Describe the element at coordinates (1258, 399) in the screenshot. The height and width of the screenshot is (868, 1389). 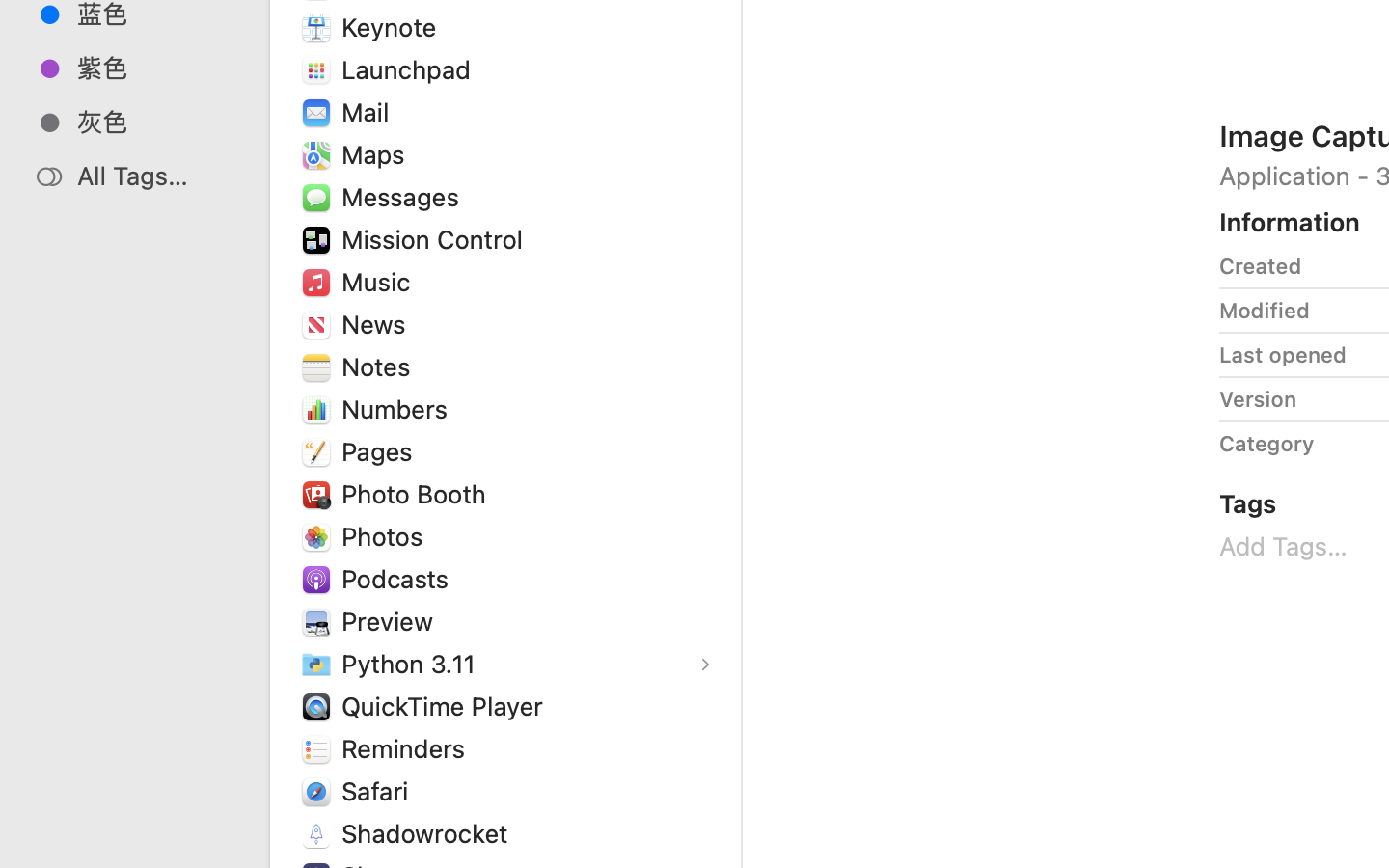
I see `'Version'` at that location.